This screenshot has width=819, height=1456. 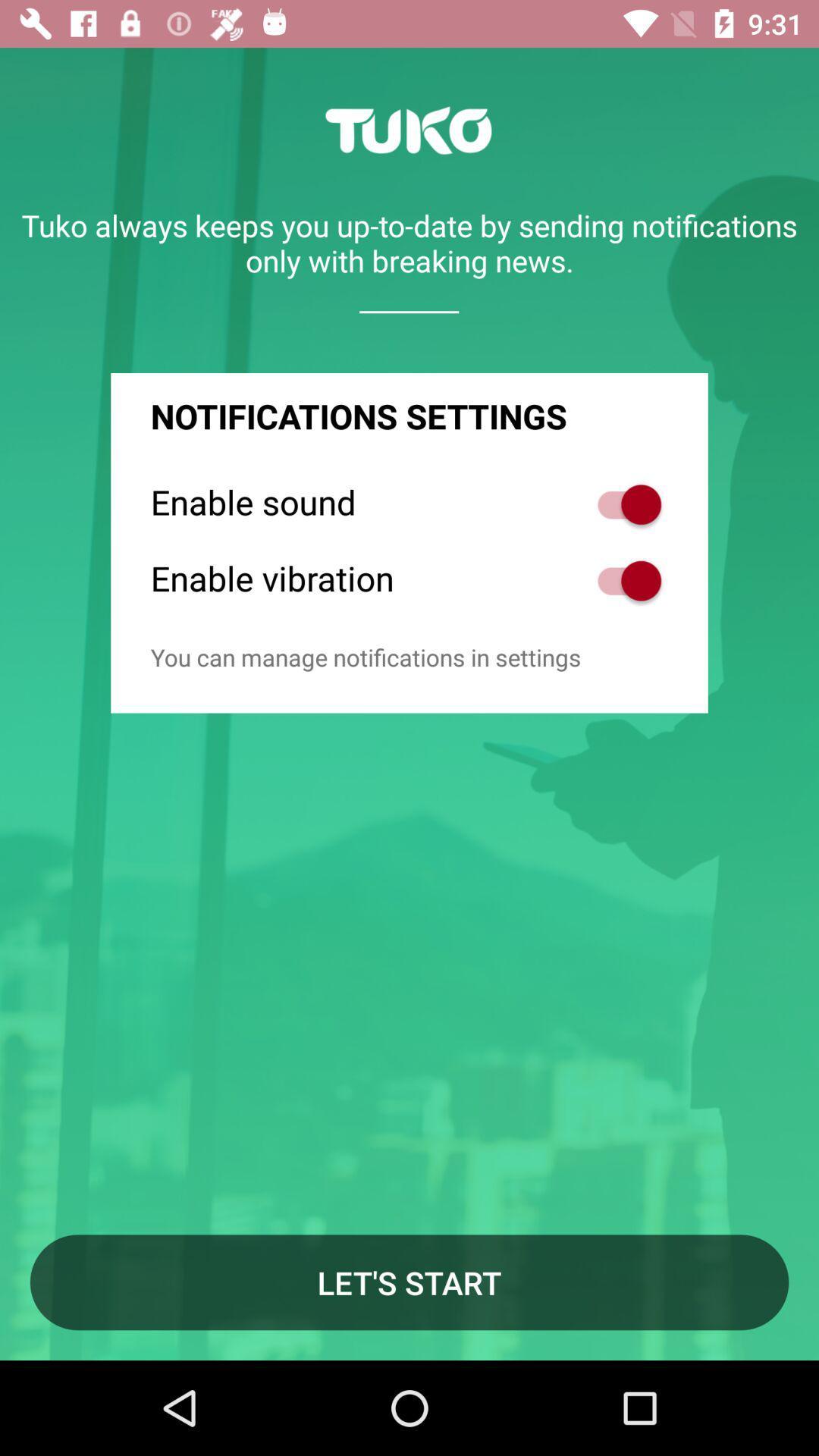 What do you see at coordinates (621, 580) in the screenshot?
I see `enable vibration` at bounding box center [621, 580].